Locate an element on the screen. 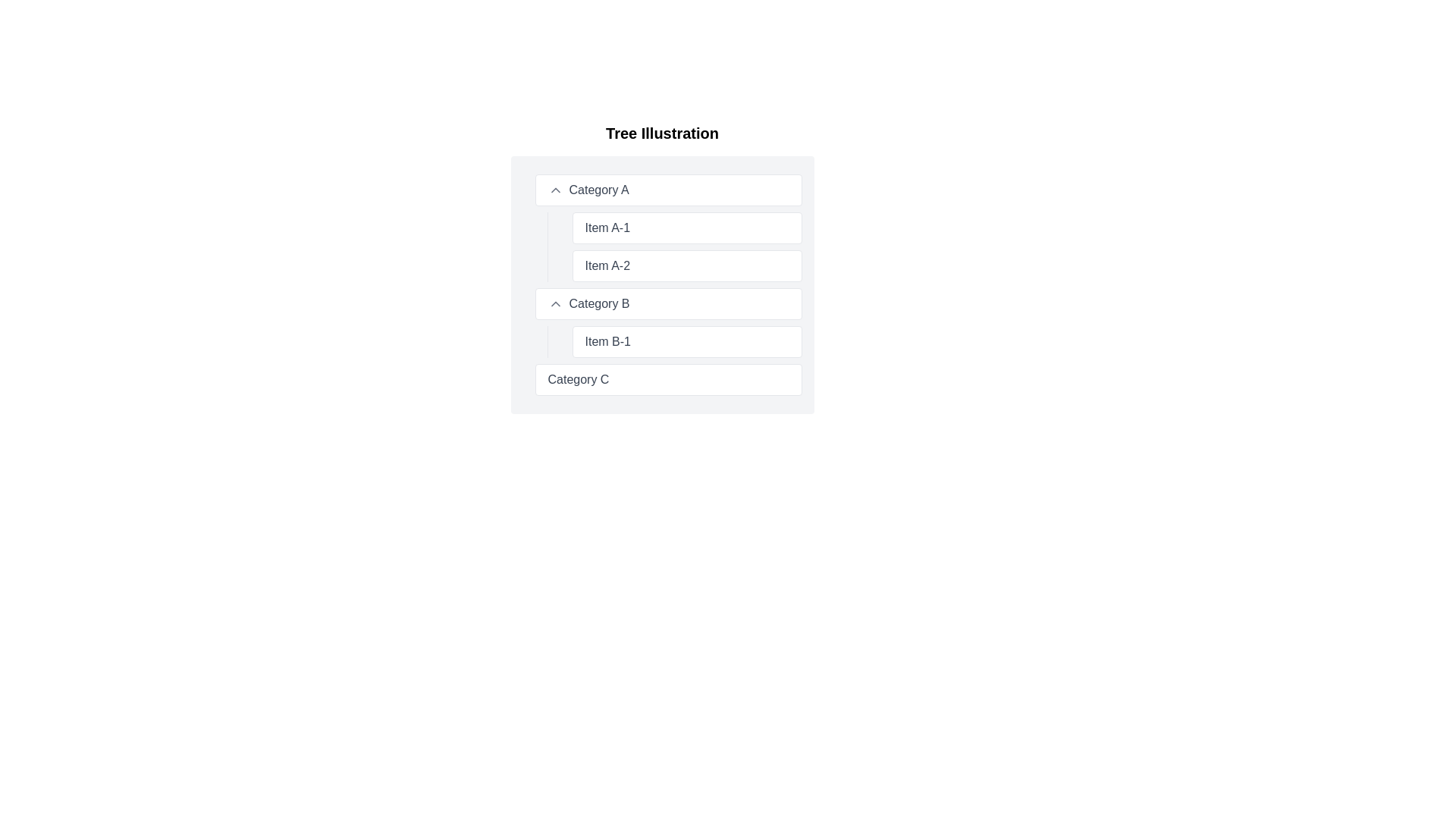  the chevron icon located to the left of the text 'Category B' is located at coordinates (554, 304).